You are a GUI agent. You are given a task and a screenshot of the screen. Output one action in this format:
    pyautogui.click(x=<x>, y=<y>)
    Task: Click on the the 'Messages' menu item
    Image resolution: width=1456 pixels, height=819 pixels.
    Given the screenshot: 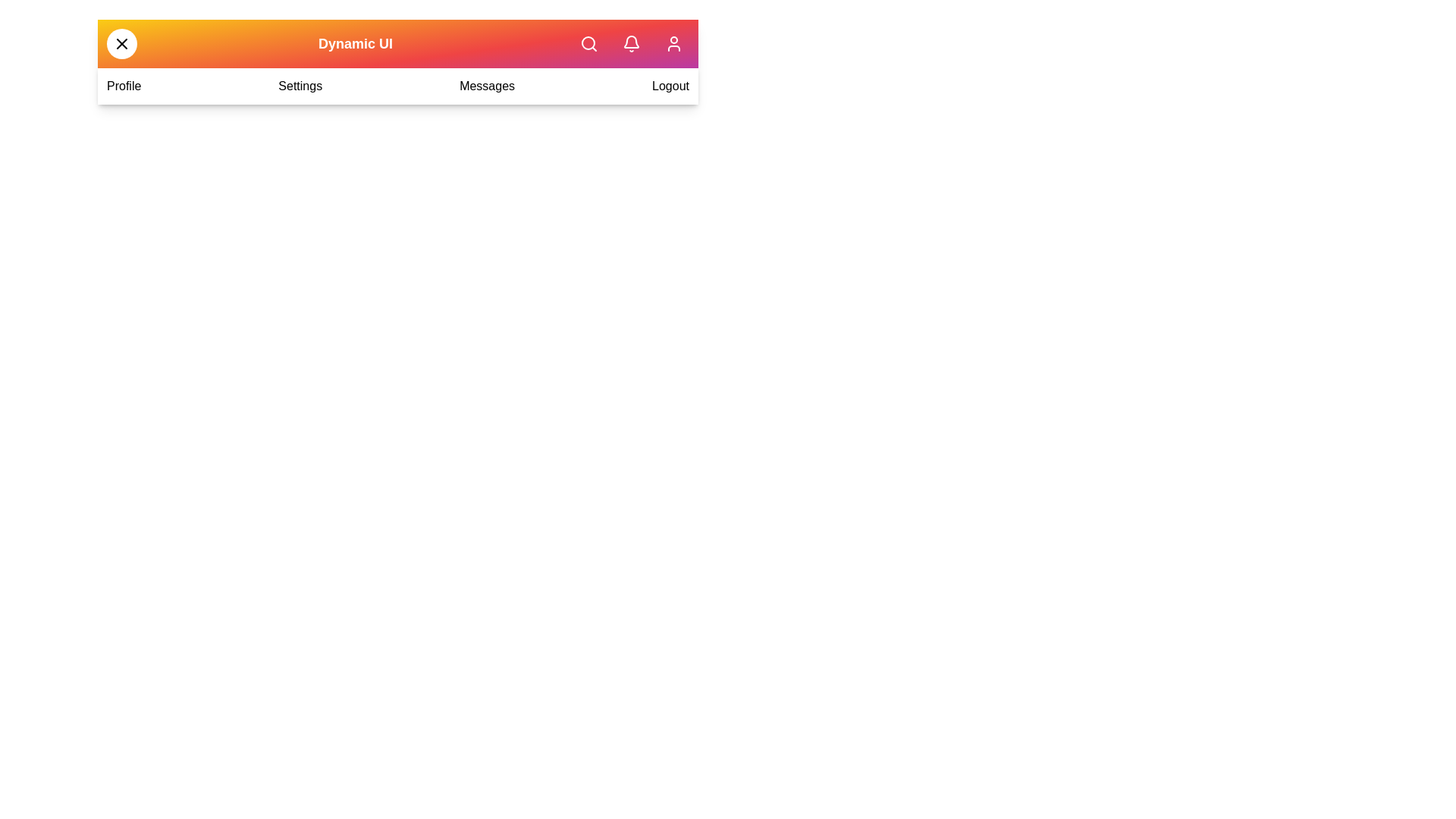 What is the action you would take?
    pyautogui.click(x=487, y=86)
    